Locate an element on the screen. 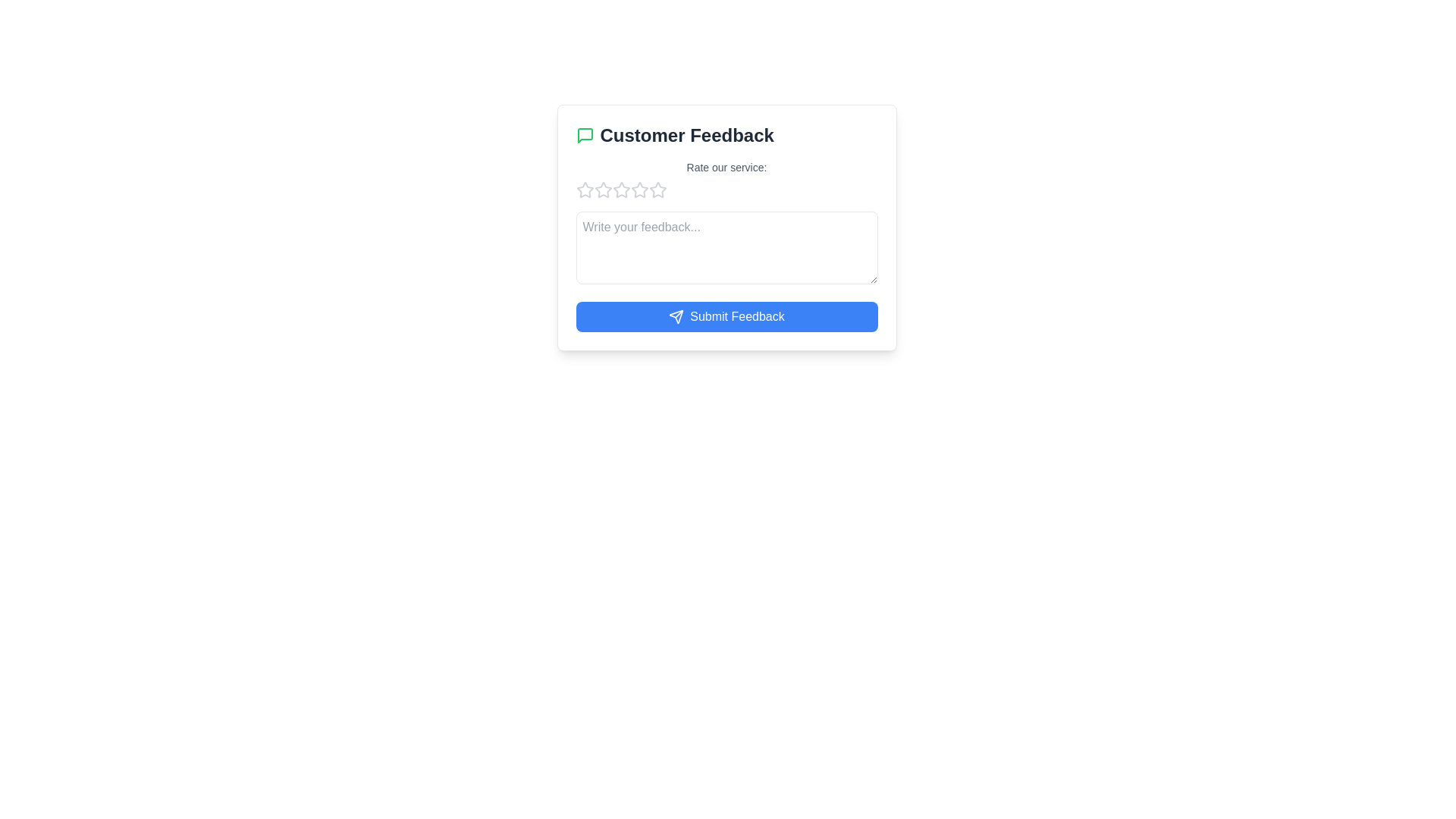 This screenshot has width=1456, height=819. the third star-shaped rating icon, which is styled in light gray and located below the 'Rate our service' text is located at coordinates (602, 189).